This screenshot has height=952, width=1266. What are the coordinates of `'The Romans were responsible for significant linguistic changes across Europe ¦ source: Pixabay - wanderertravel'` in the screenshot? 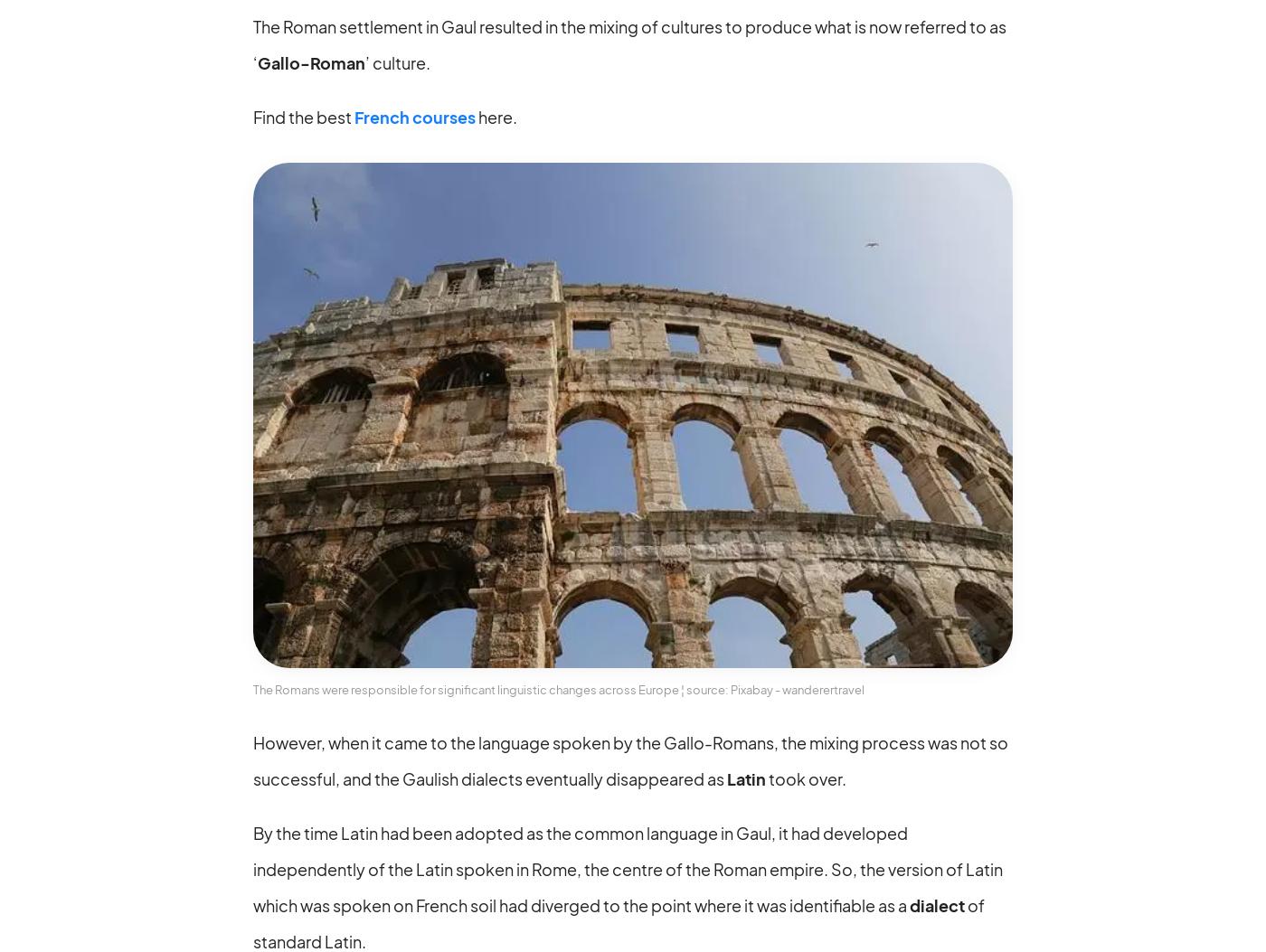 It's located at (558, 687).